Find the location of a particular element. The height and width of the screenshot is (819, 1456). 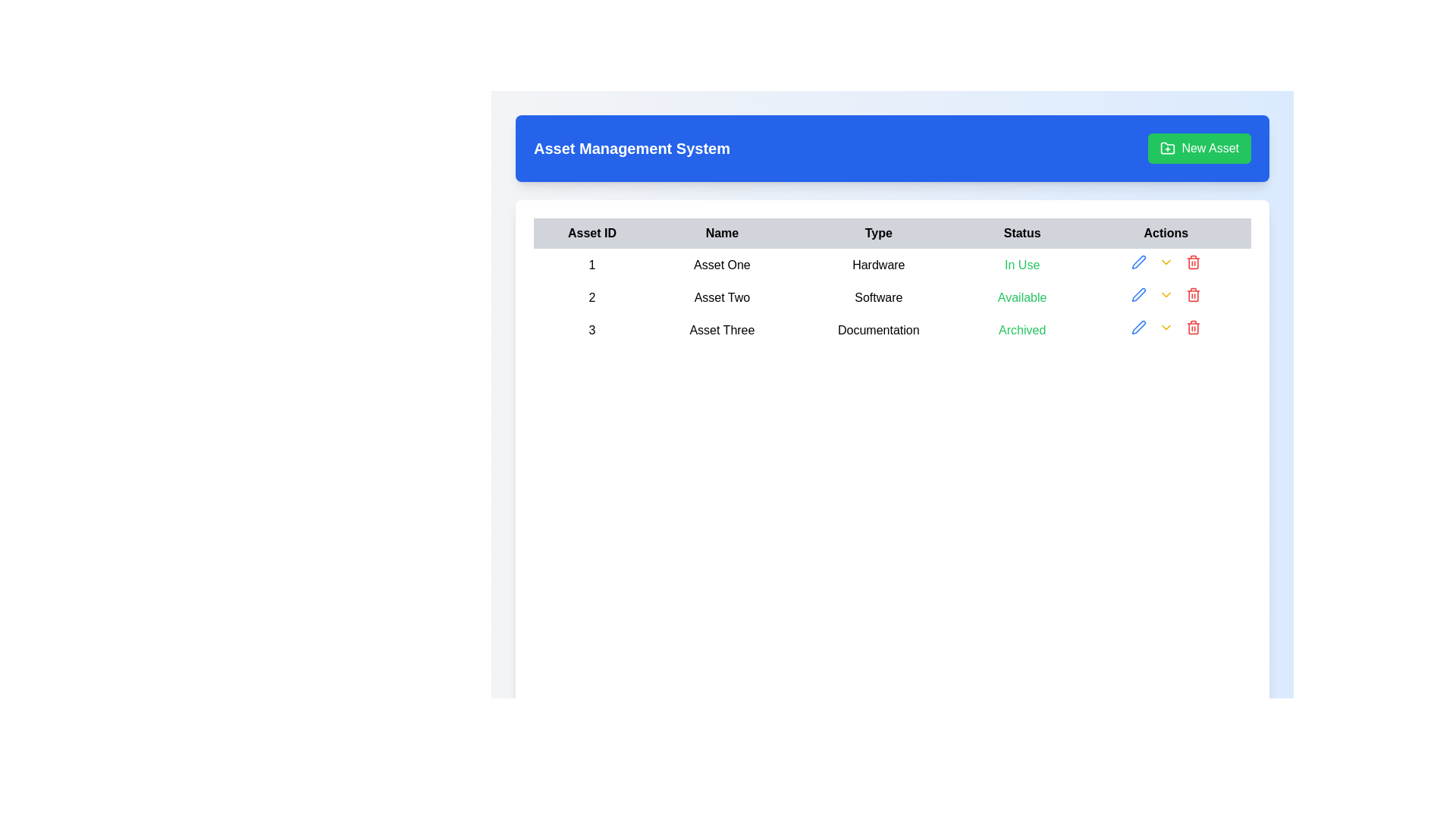

the table cell containing the word 'Software' in bold font, located in the 'Type' column of the second row for 'Asset Two' is located at coordinates (878, 297).